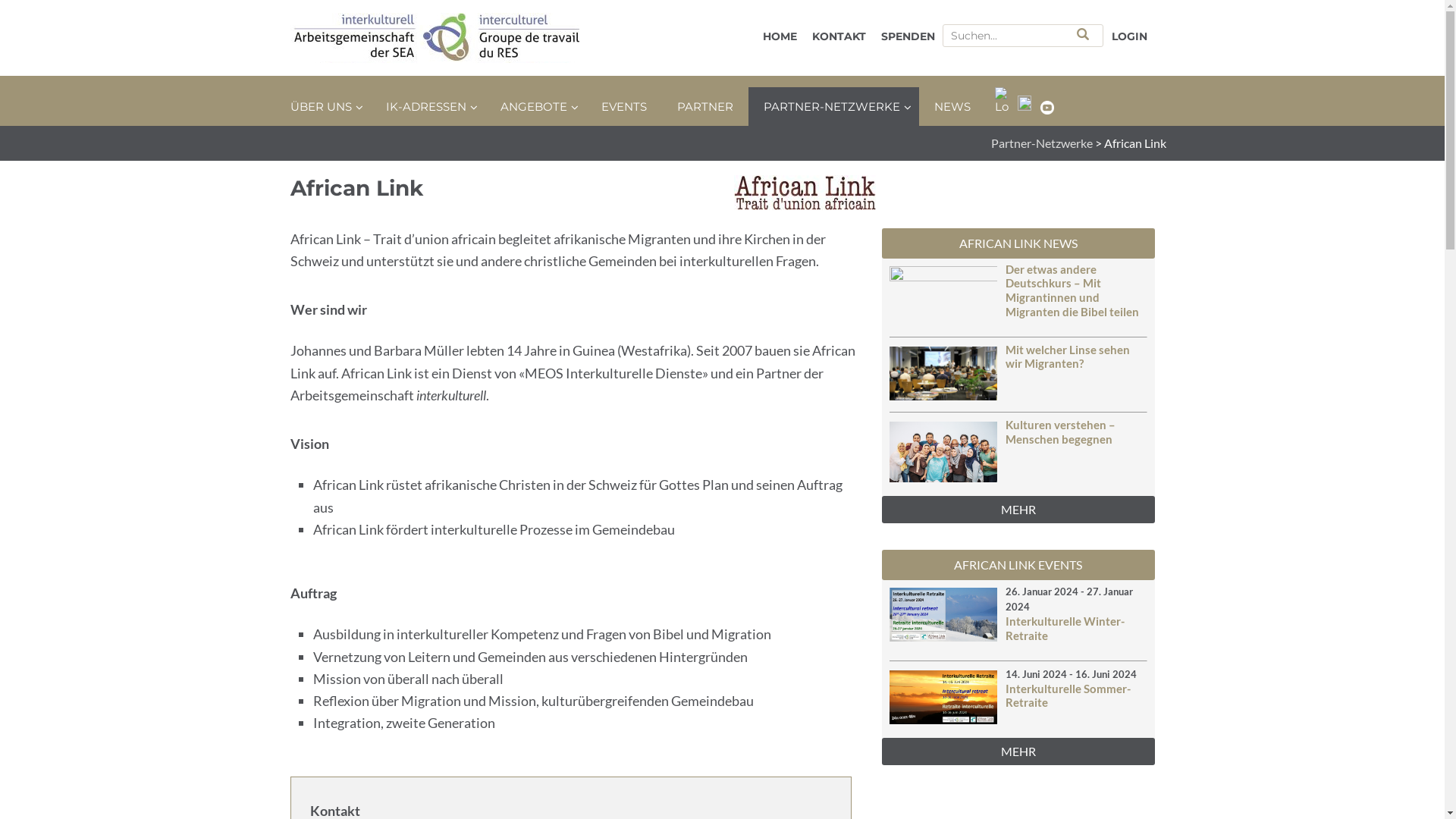 This screenshot has height=819, width=1456. Describe the element at coordinates (1082, 34) in the screenshot. I see `'Search'` at that location.